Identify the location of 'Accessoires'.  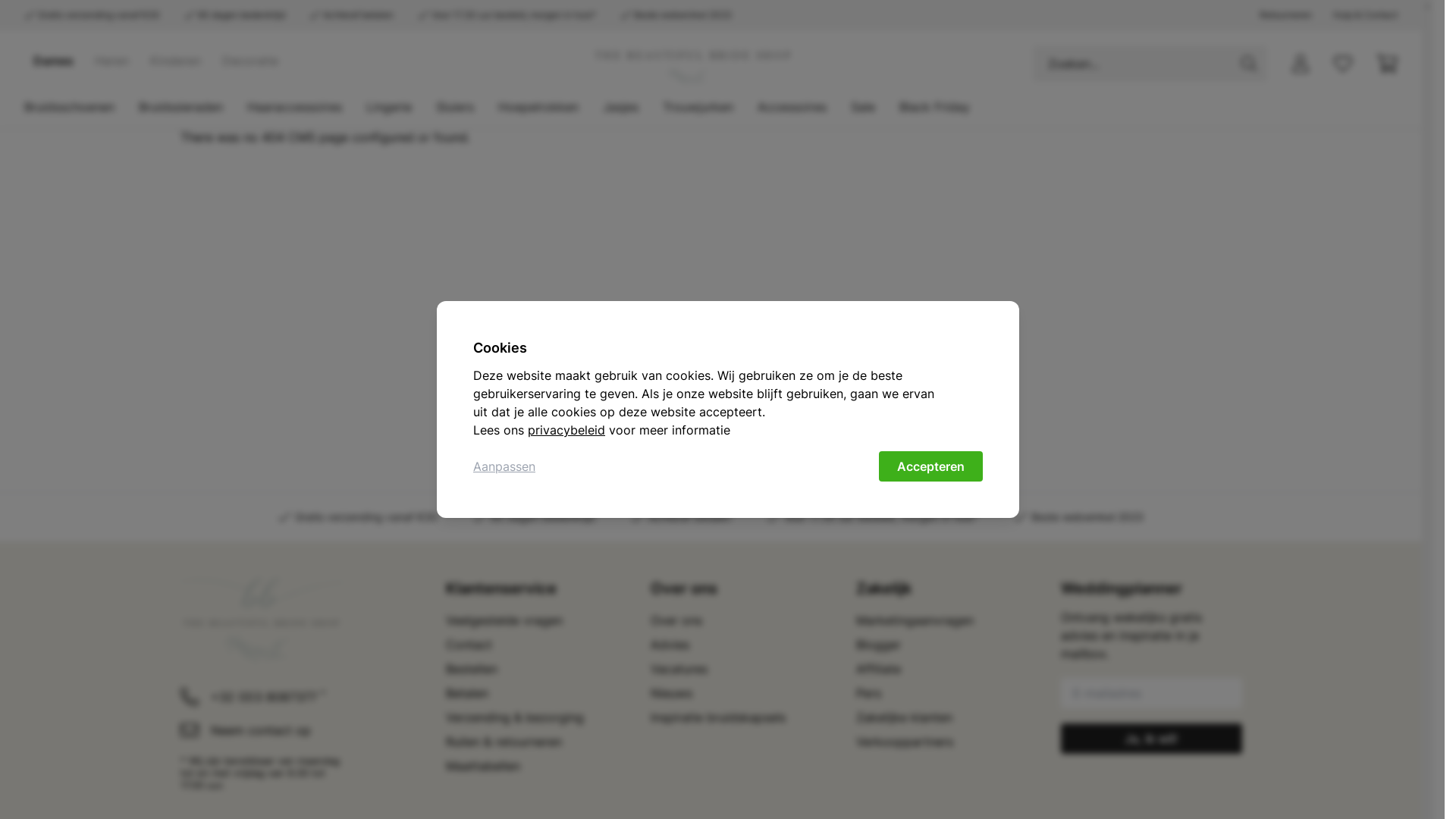
(791, 106).